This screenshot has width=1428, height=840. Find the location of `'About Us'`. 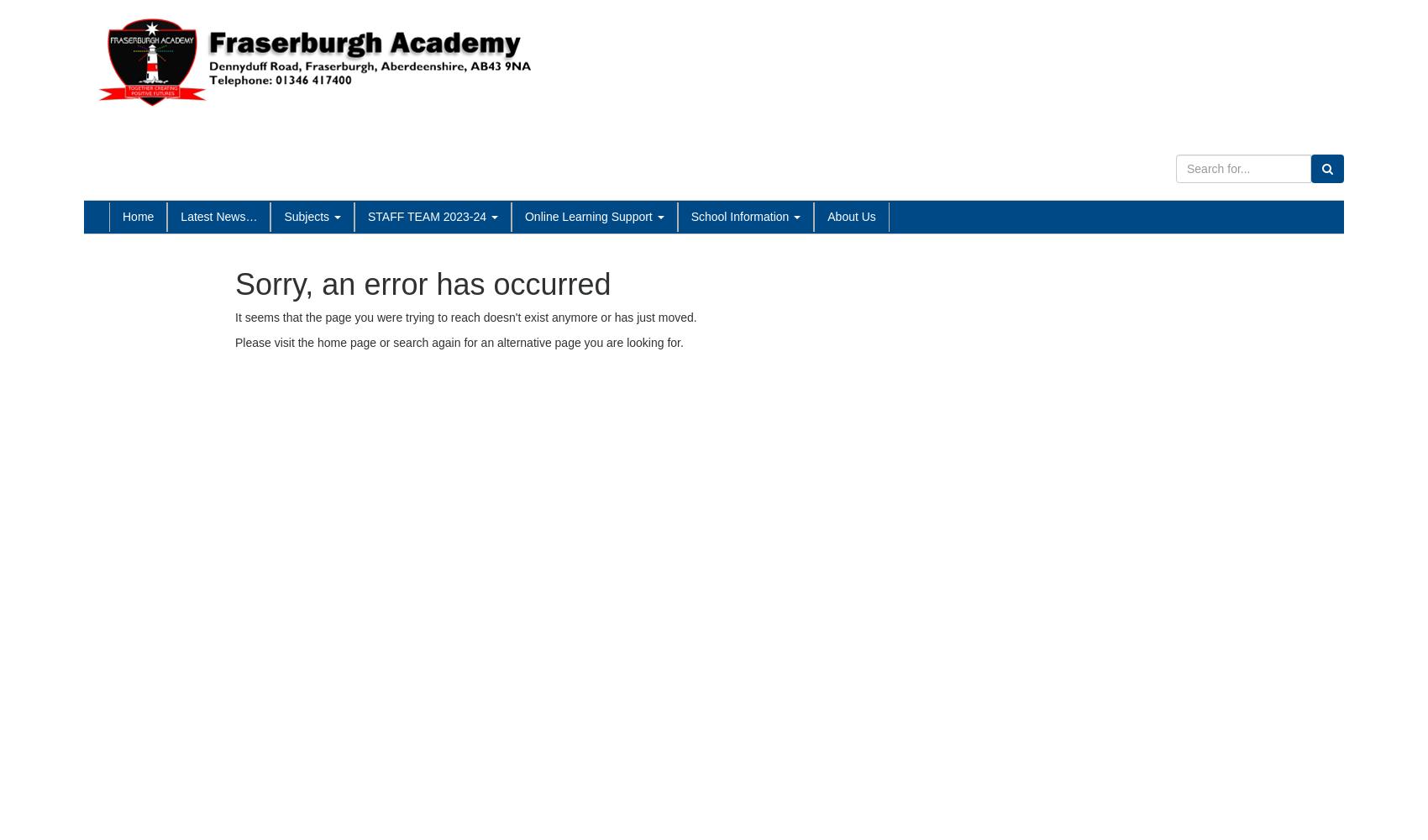

'About Us' is located at coordinates (850, 216).